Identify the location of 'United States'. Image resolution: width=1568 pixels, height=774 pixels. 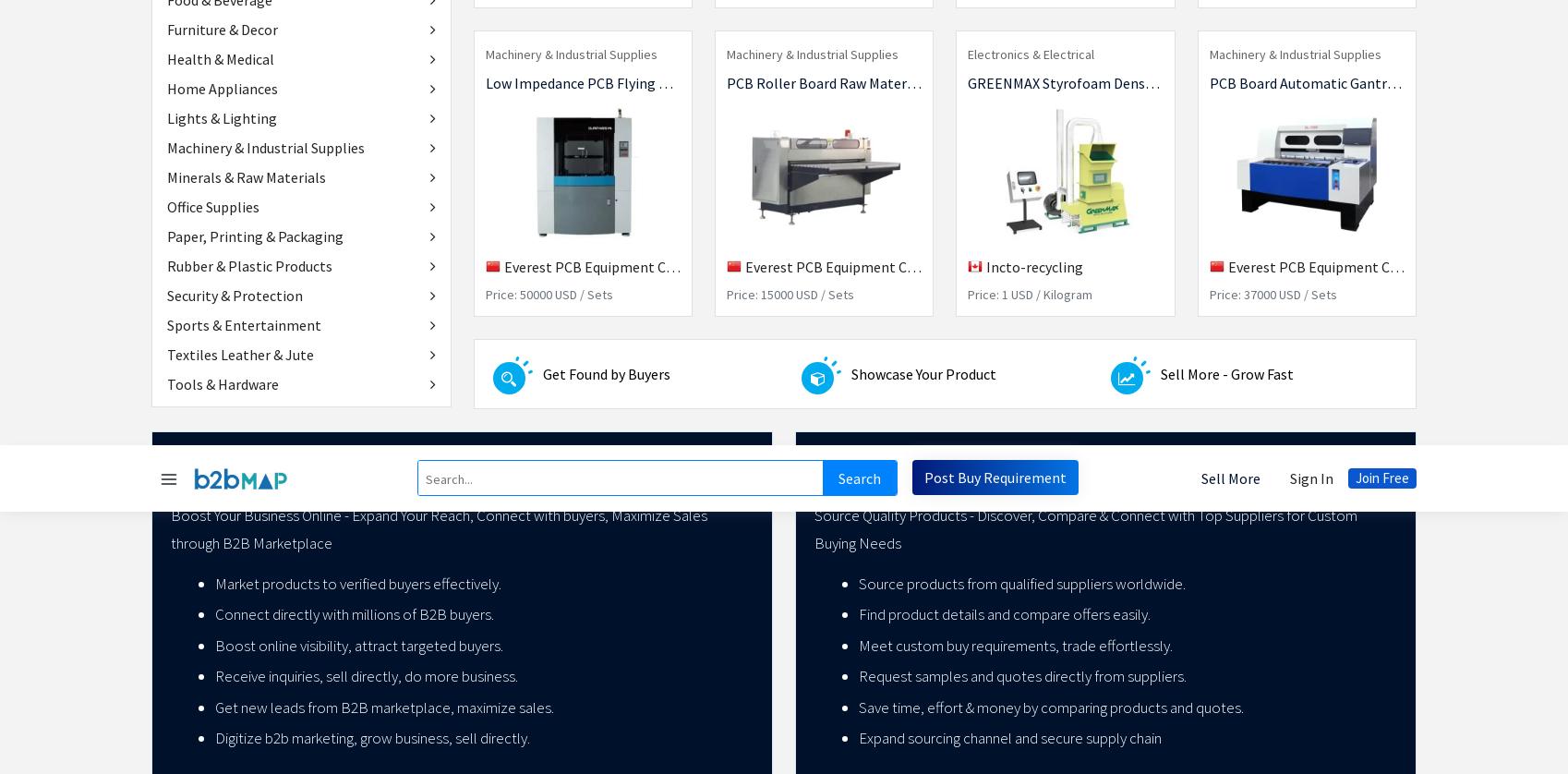
(1310, 611).